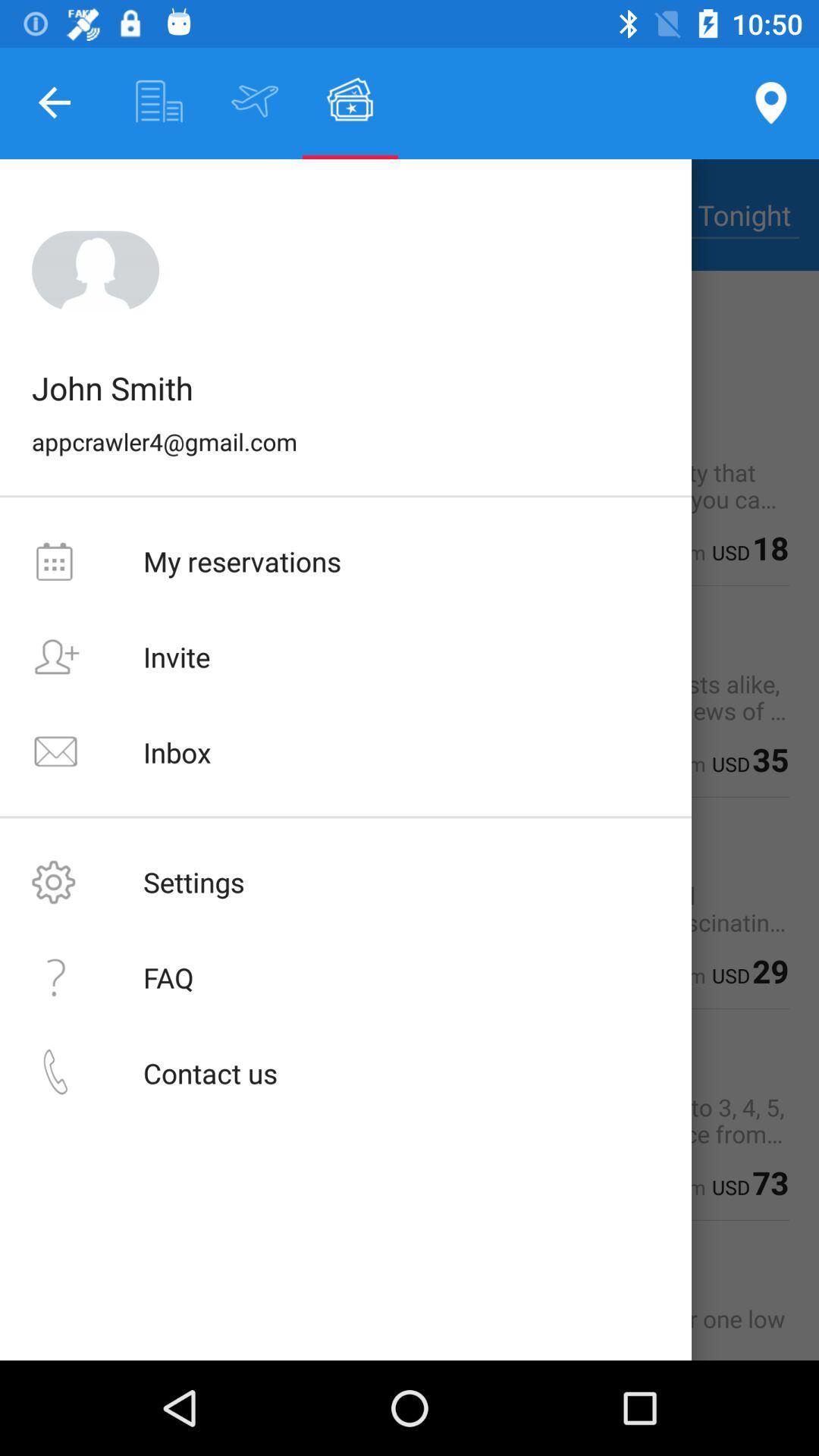 The image size is (819, 1456). Describe the element at coordinates (771, 103) in the screenshot. I see `the location icon at the top right corner of the page` at that location.